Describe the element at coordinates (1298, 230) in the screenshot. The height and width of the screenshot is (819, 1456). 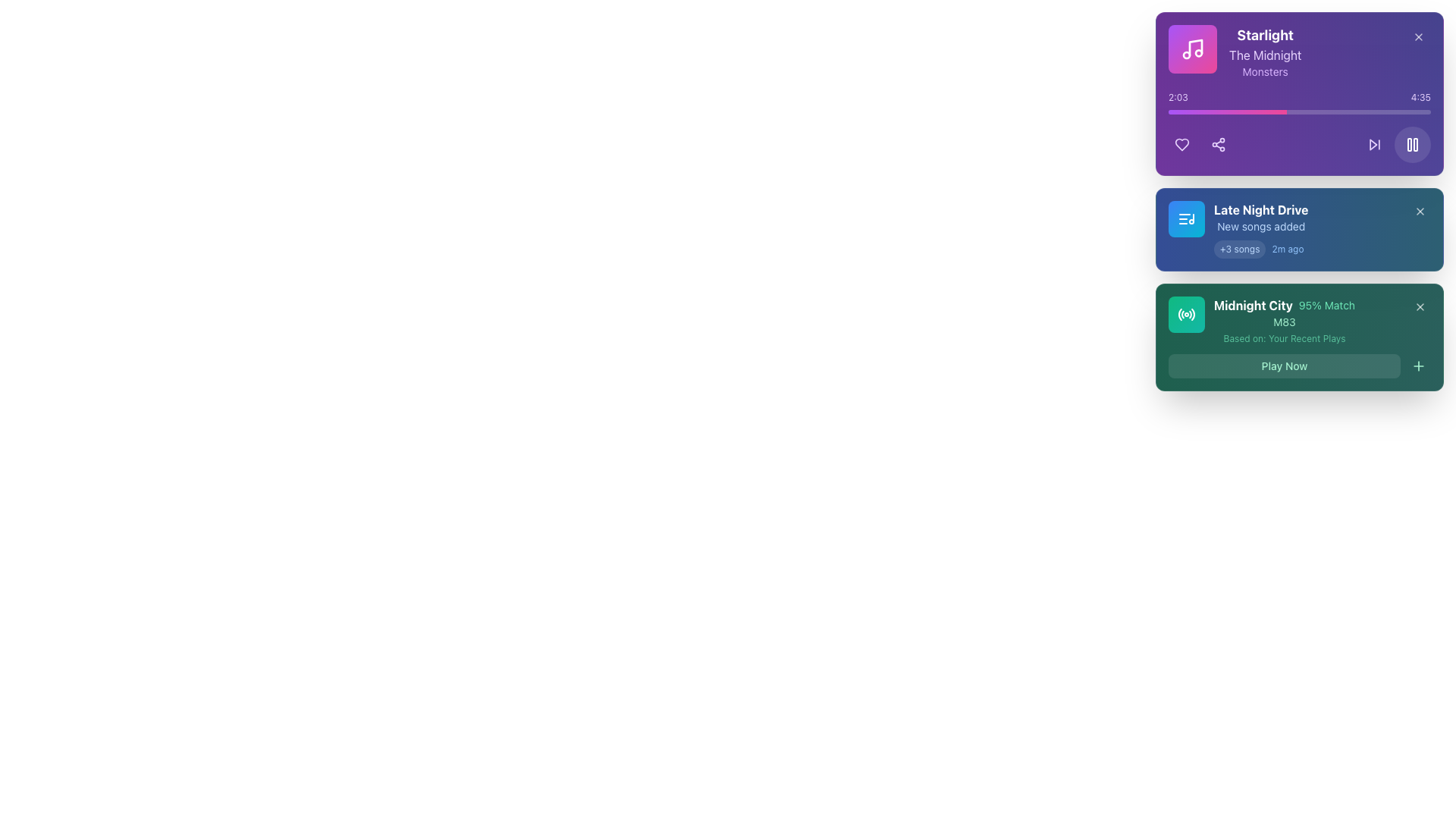
I see `the metadata of the music playlist card located in the middle of a stack of three cards, positioned between the 'Starlight' and 'Midnight City' cards, to view more details` at that location.